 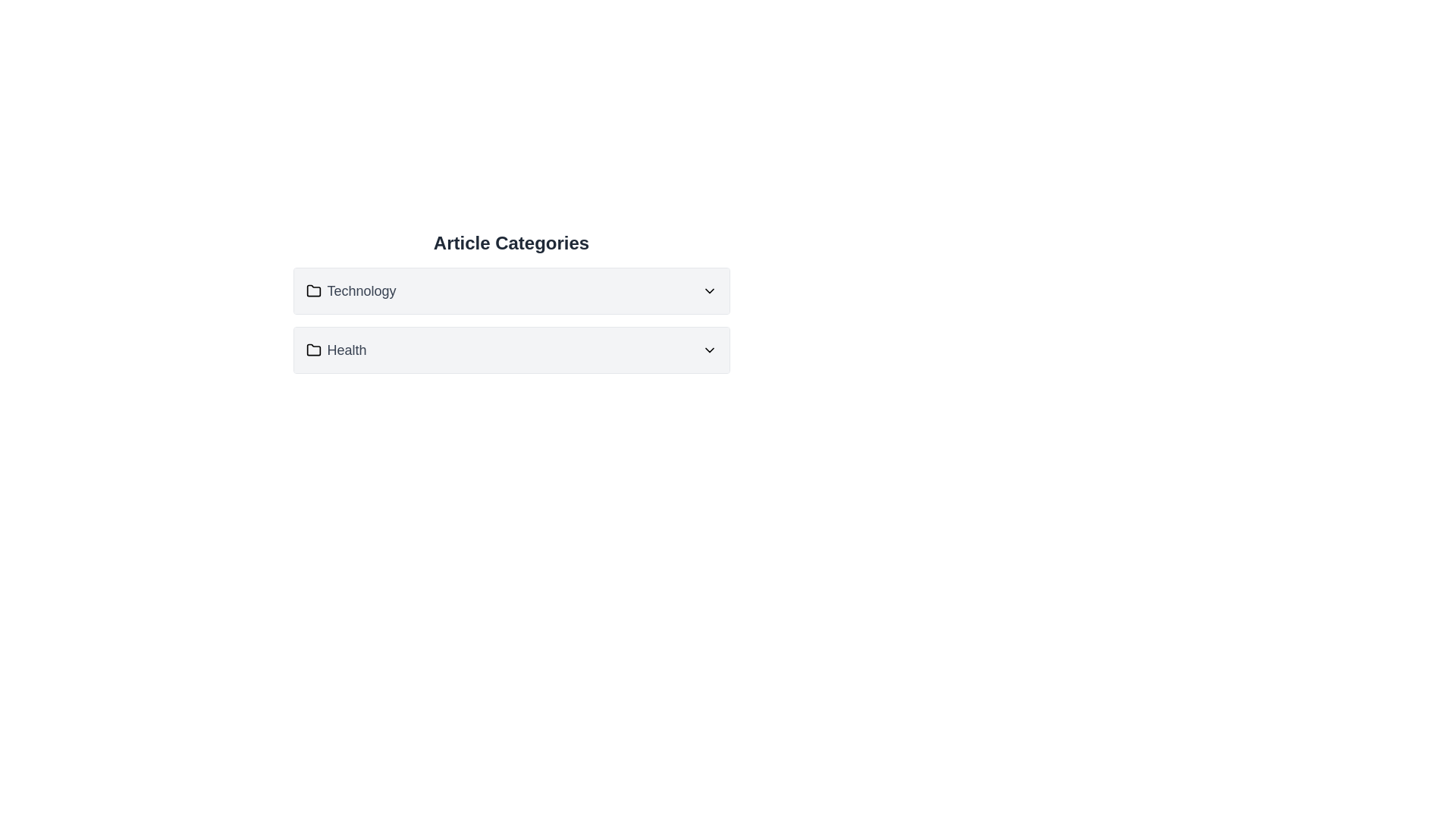 What do you see at coordinates (350, 291) in the screenshot?
I see `the 'Technology' list item` at bounding box center [350, 291].